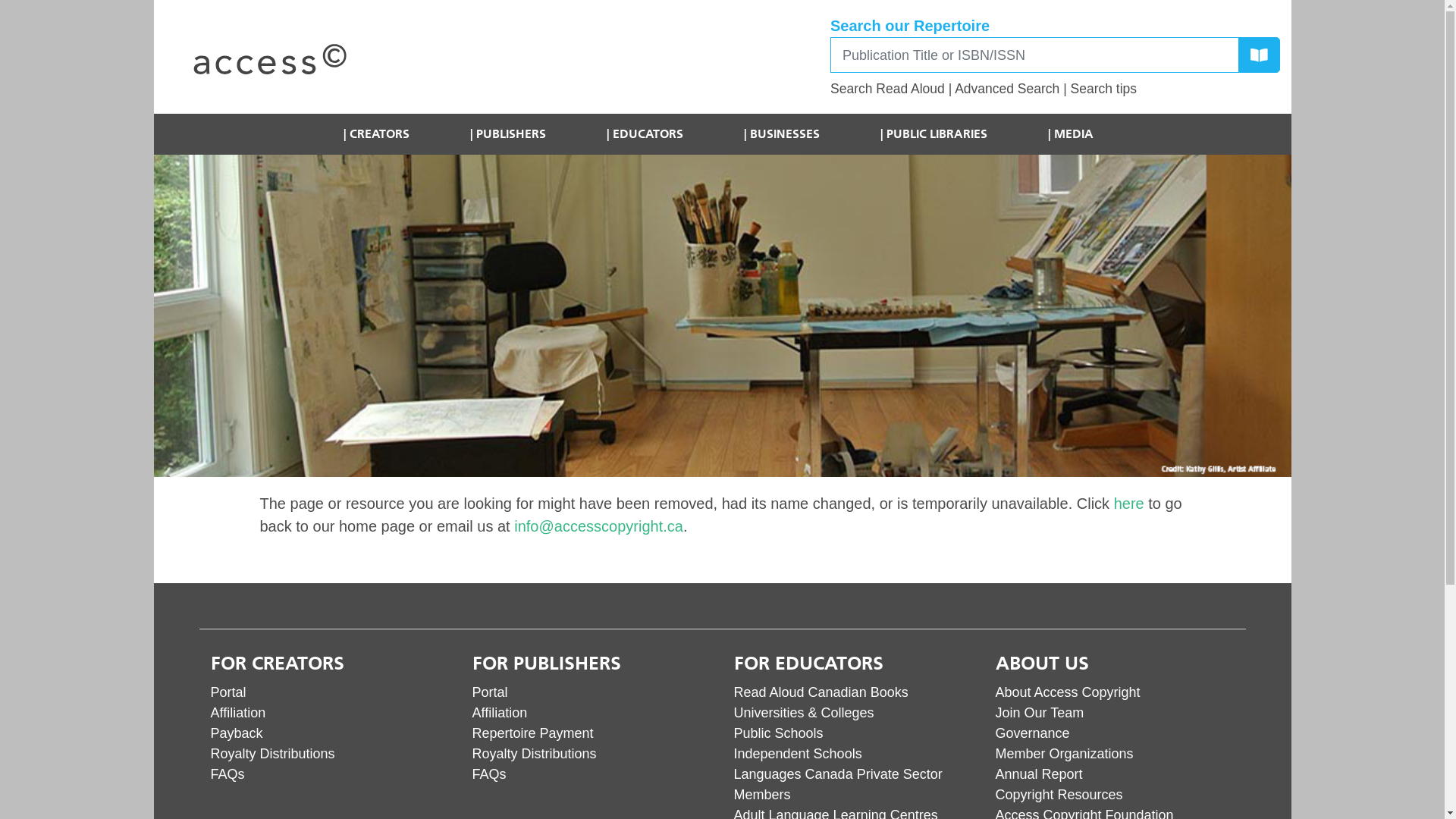  Describe the element at coordinates (236, 733) in the screenshot. I see `'Payback'` at that location.